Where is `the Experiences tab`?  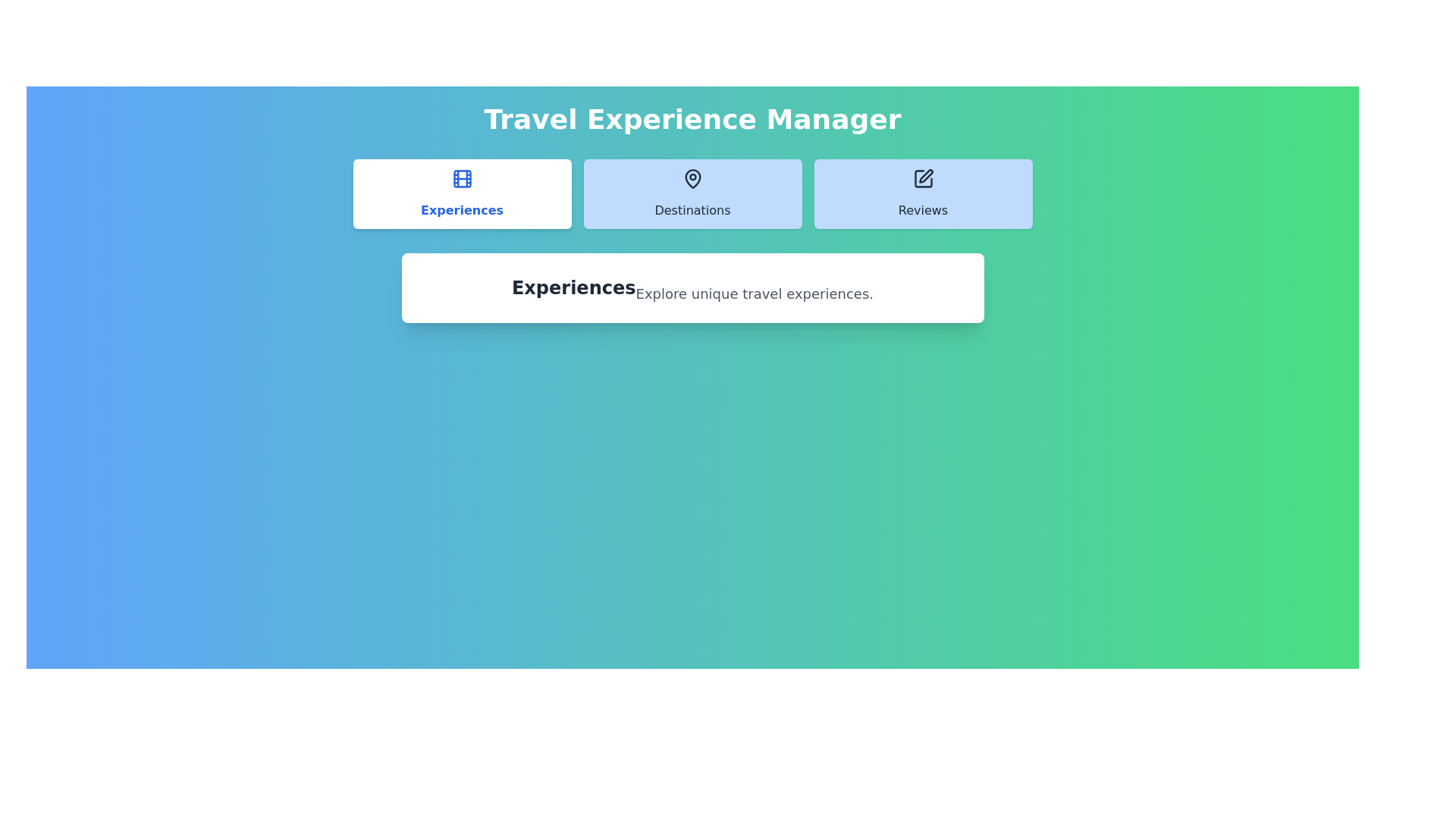 the Experiences tab is located at coordinates (461, 193).